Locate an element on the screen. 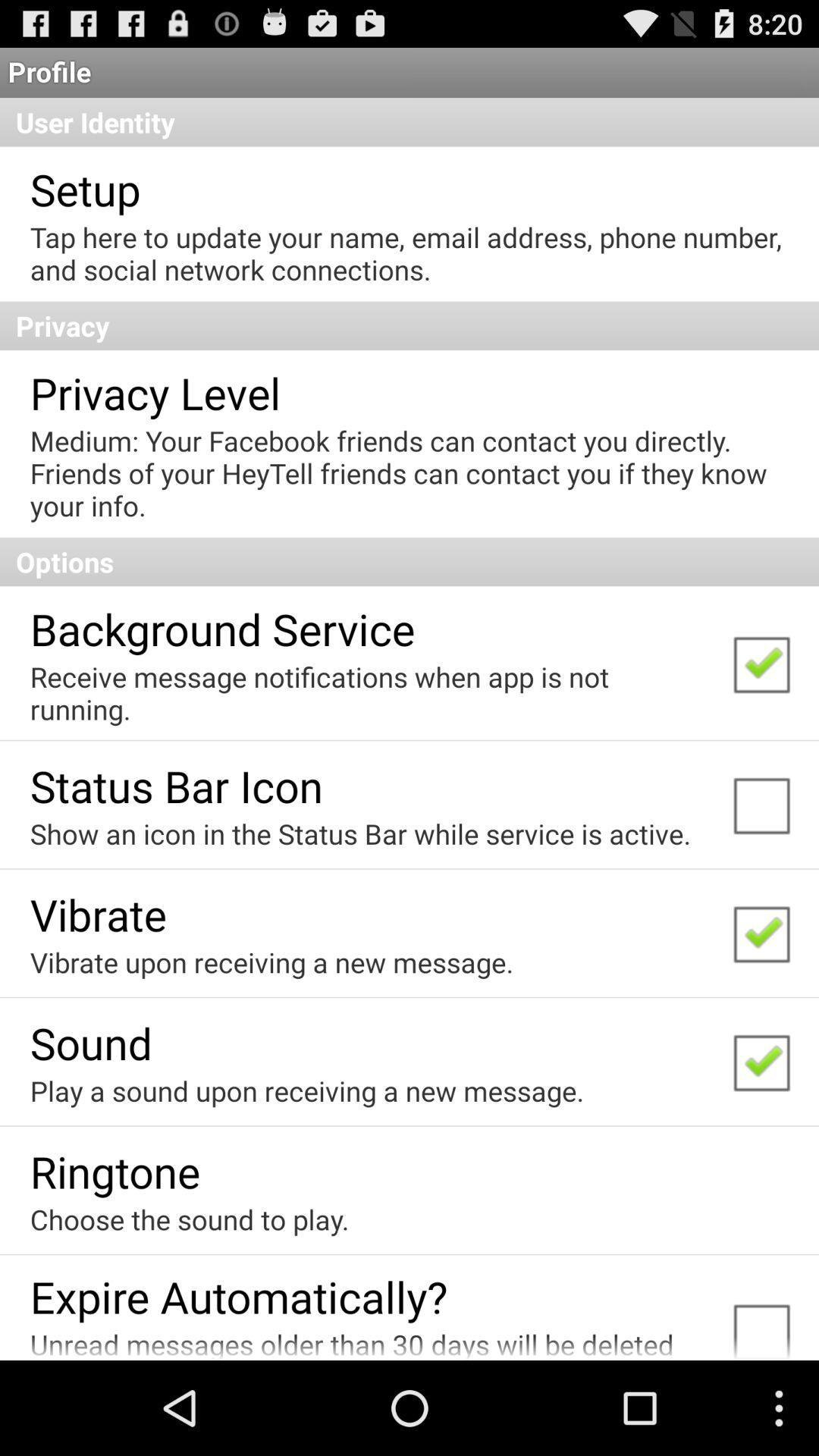 The height and width of the screenshot is (1456, 819). the check box which is to the immediate right of vibrate is located at coordinates (761, 932).